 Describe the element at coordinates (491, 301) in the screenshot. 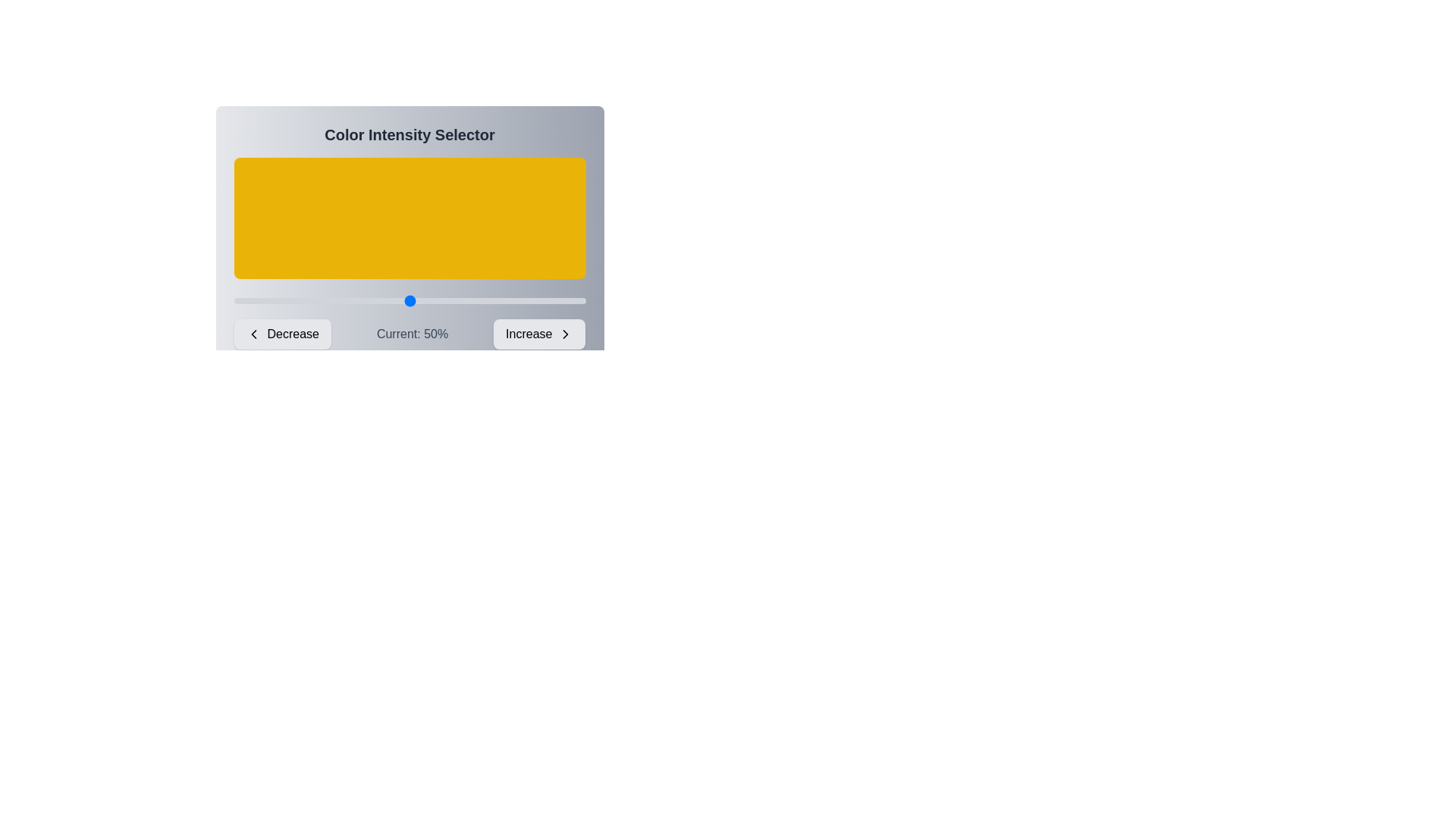

I see `color intensity` at that location.